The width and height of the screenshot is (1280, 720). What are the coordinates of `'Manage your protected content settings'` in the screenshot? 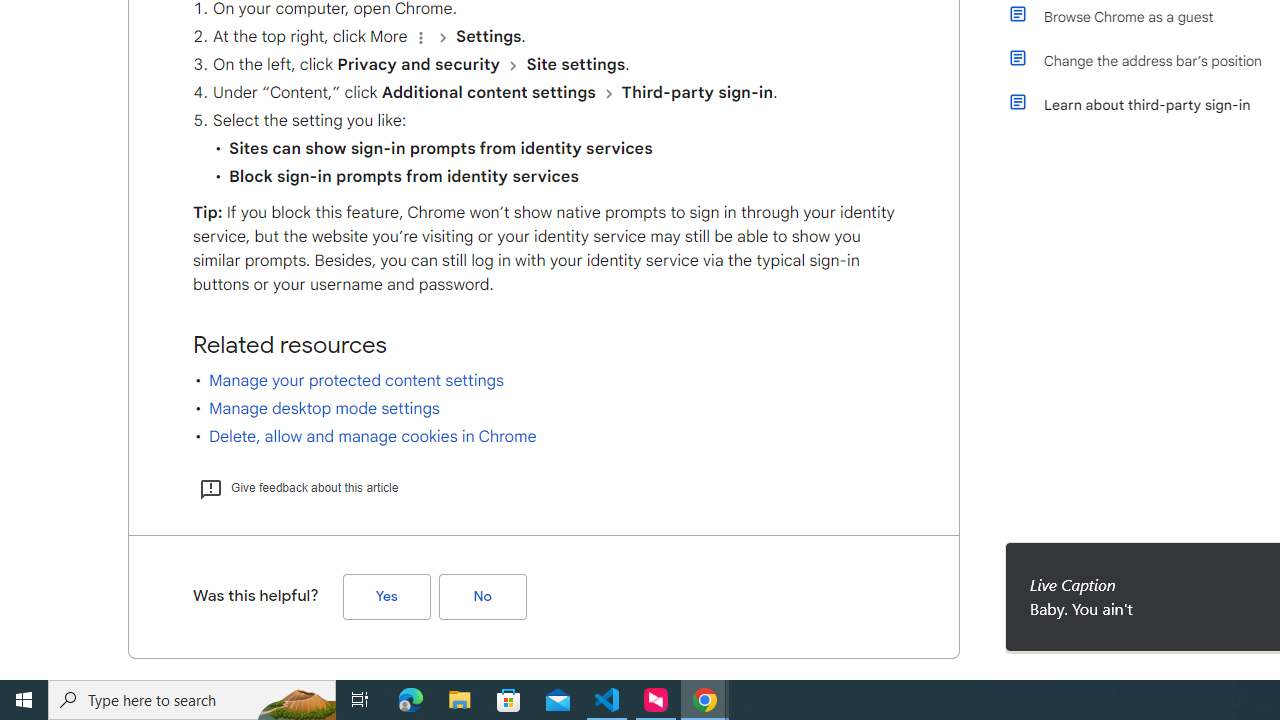 It's located at (356, 380).